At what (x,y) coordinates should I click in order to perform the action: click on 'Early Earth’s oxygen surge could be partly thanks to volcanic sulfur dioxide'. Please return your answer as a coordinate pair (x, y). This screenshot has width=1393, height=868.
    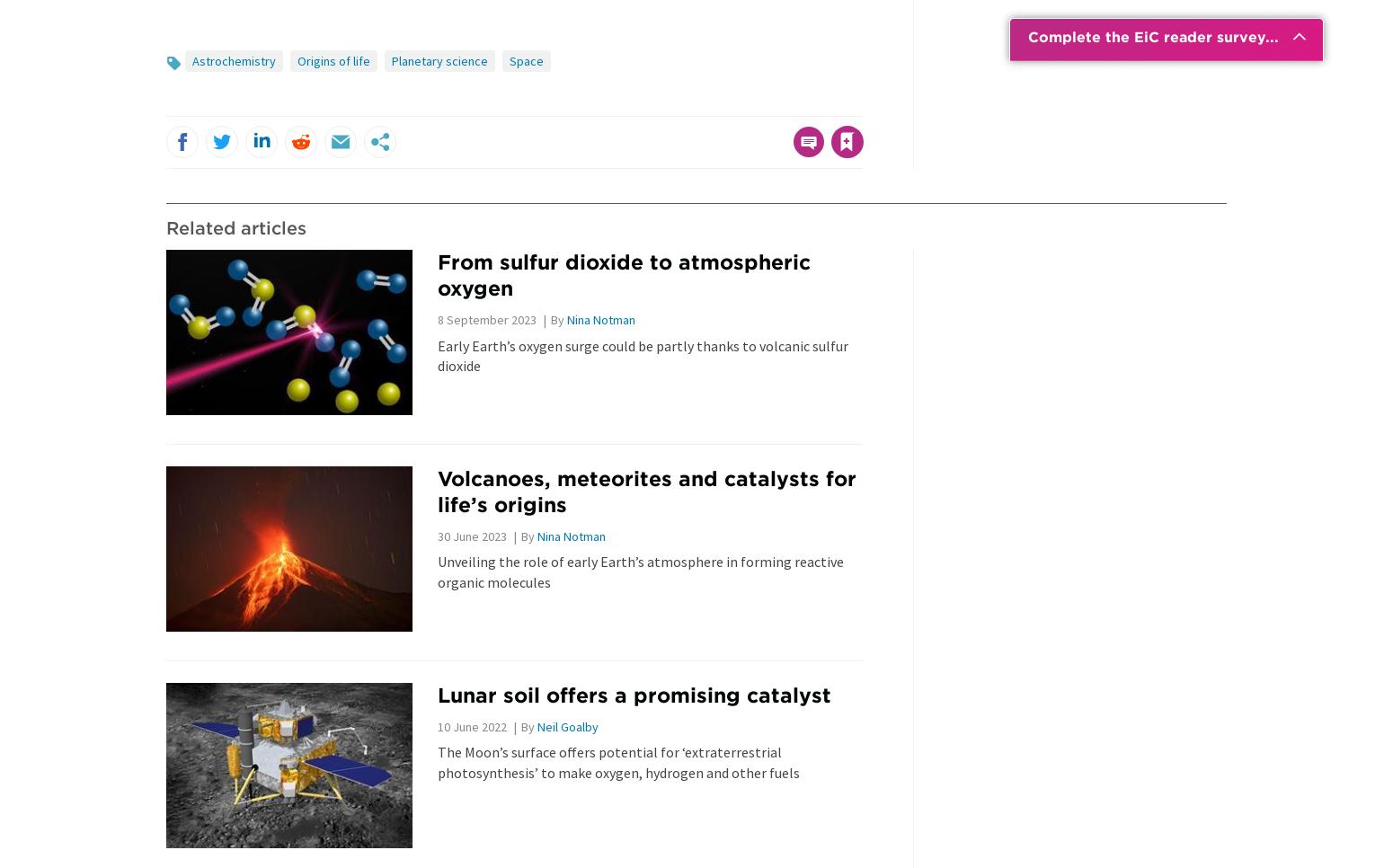
    Looking at the image, I should click on (642, 355).